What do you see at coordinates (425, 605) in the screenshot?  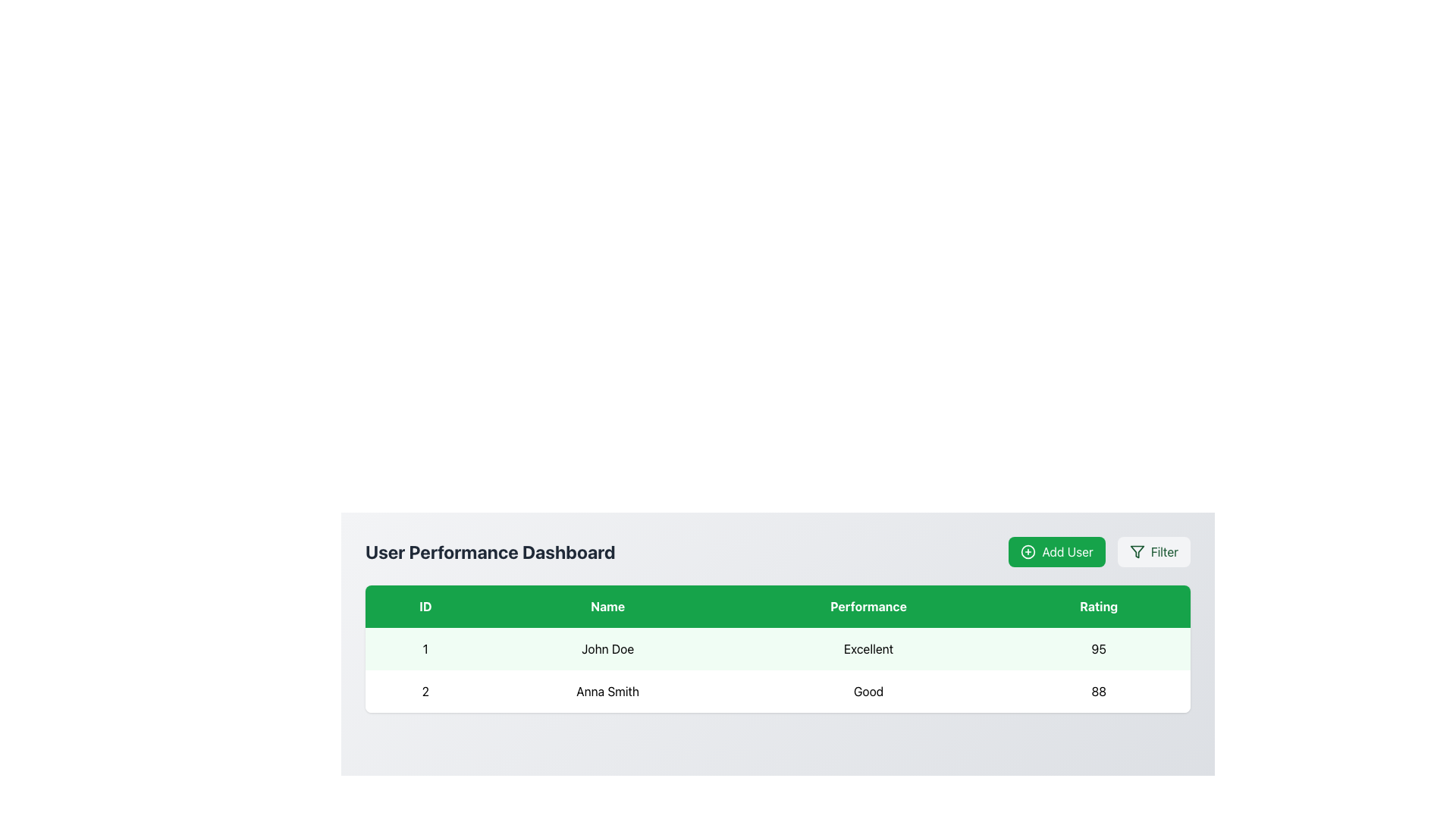 I see `the Table header cell with a green background and the text 'ID', which is the first cell in the header row of the table` at bounding box center [425, 605].